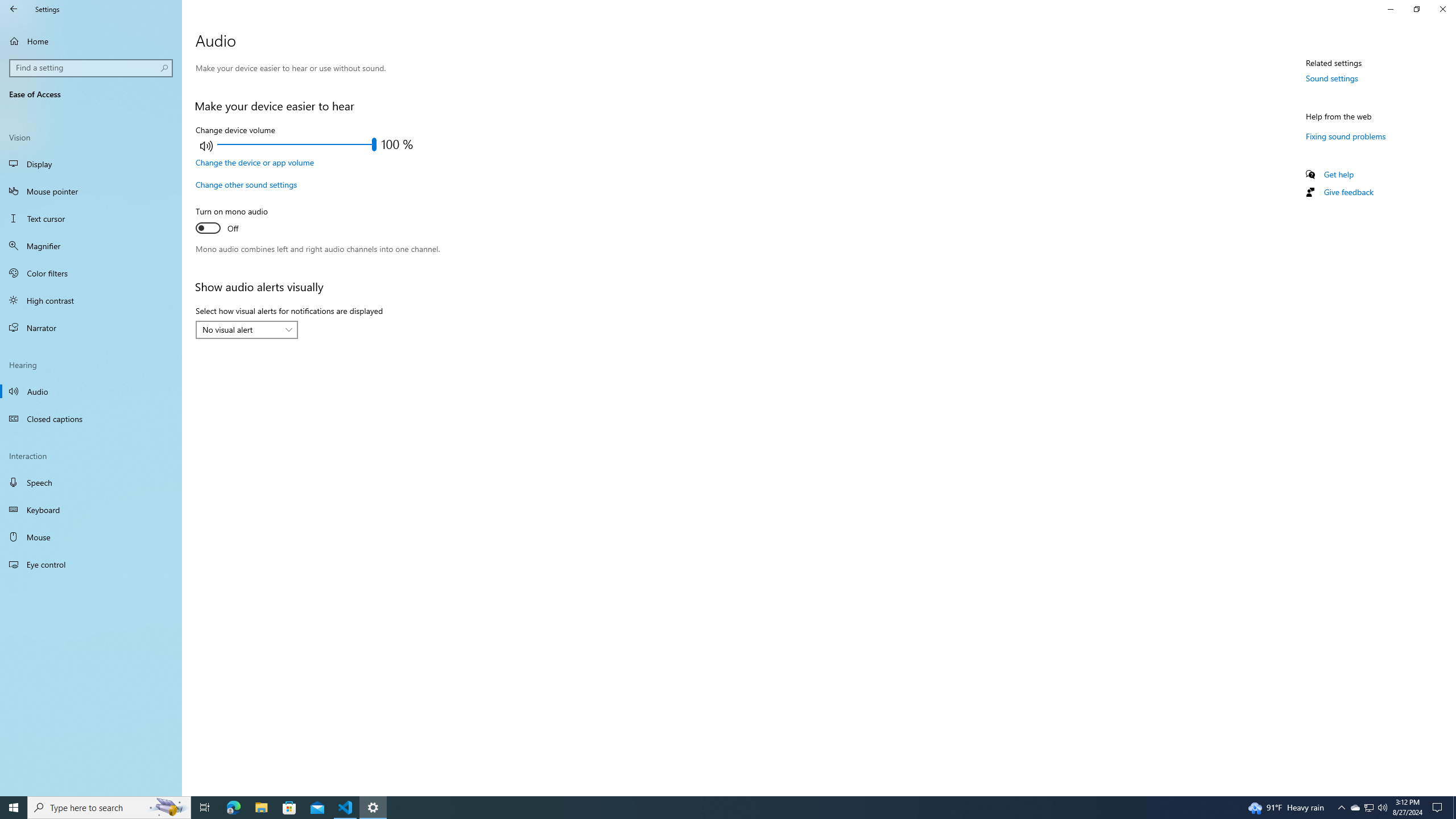 Image resolution: width=1456 pixels, height=819 pixels. Describe the element at coordinates (1416, 9) in the screenshot. I see `'Restore Settings'` at that location.